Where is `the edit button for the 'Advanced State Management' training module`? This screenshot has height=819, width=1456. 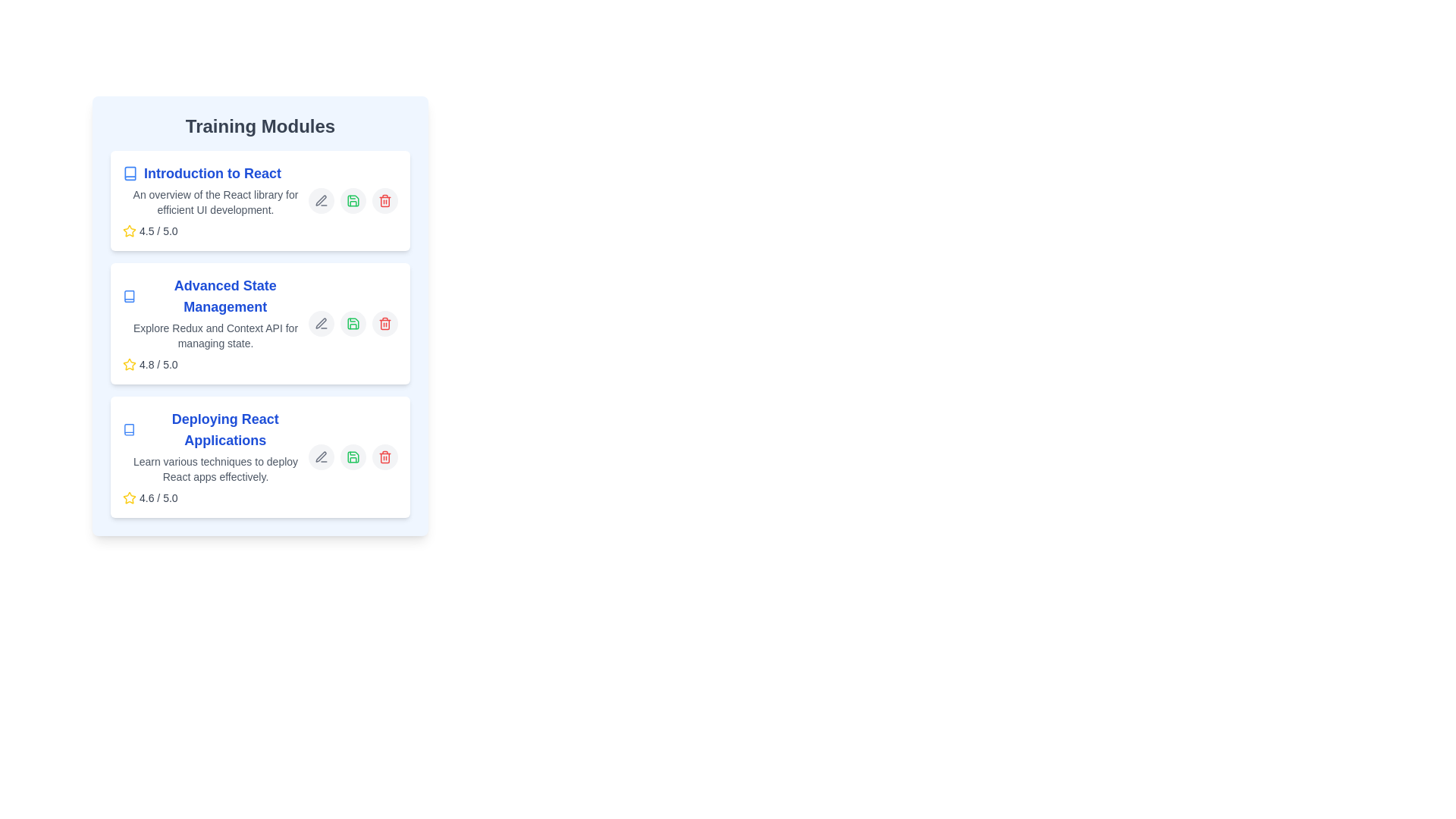 the edit button for the 'Advanced State Management' training module is located at coordinates (320, 323).